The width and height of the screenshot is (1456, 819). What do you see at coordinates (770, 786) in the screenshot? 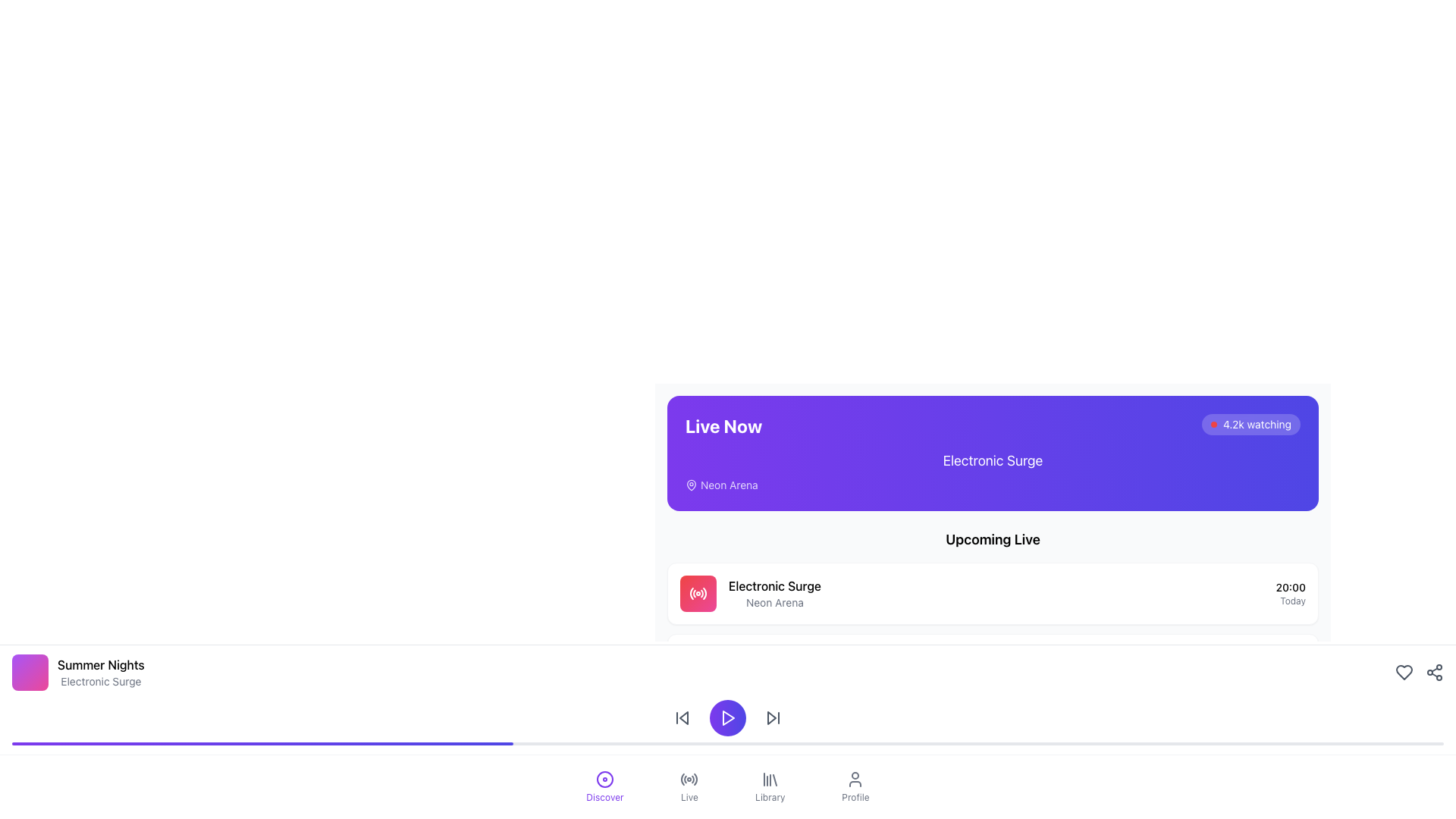
I see `the Navigation Button located in the bottom navigation bar` at bounding box center [770, 786].